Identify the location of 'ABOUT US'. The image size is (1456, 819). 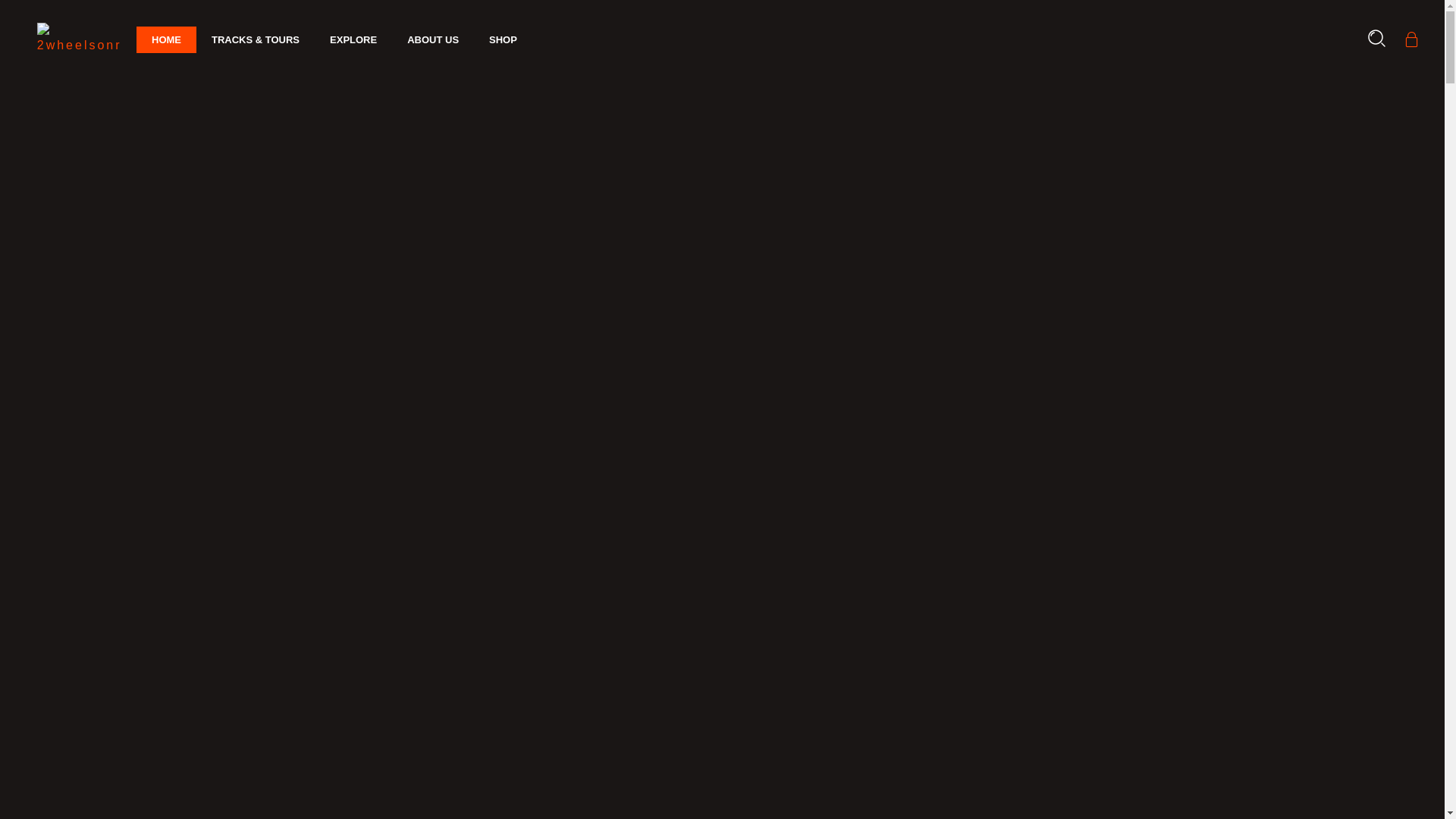
(432, 39).